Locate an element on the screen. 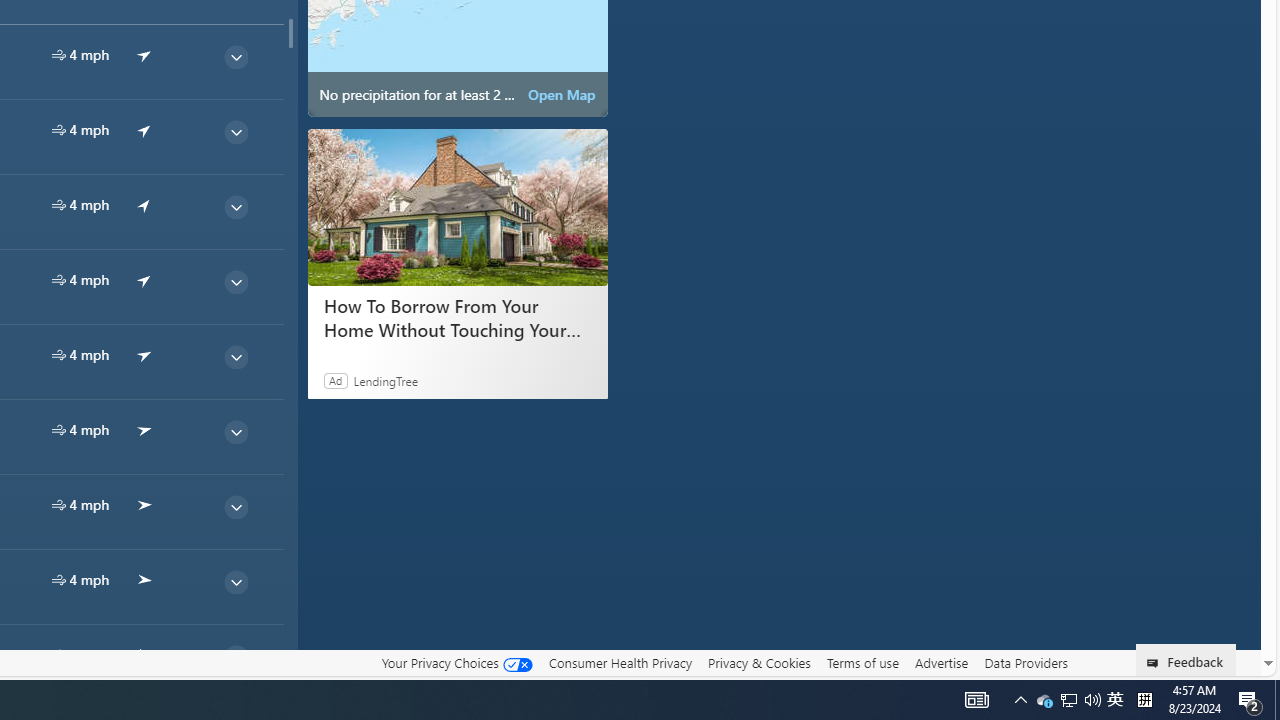 The width and height of the screenshot is (1280, 720). 'Data Providers' is located at coordinates (1025, 663).